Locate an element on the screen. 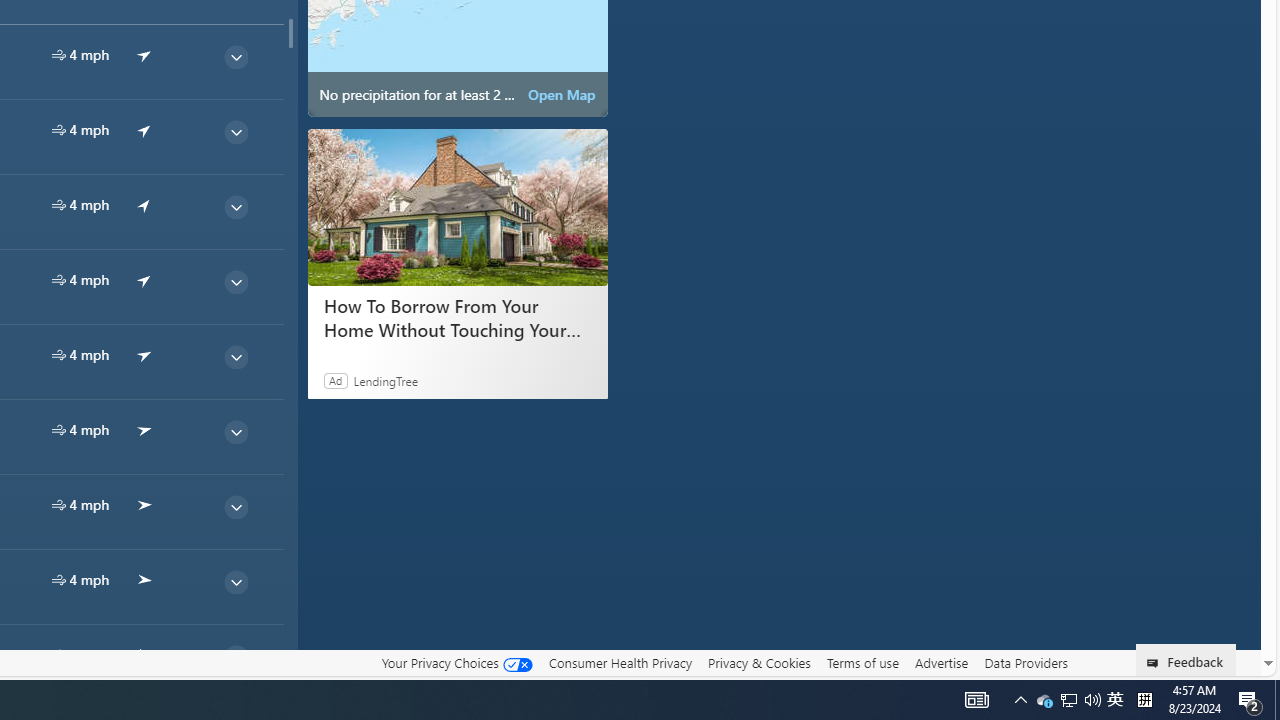 The width and height of the screenshot is (1280, 720). 'Data Providers' is located at coordinates (1025, 663).